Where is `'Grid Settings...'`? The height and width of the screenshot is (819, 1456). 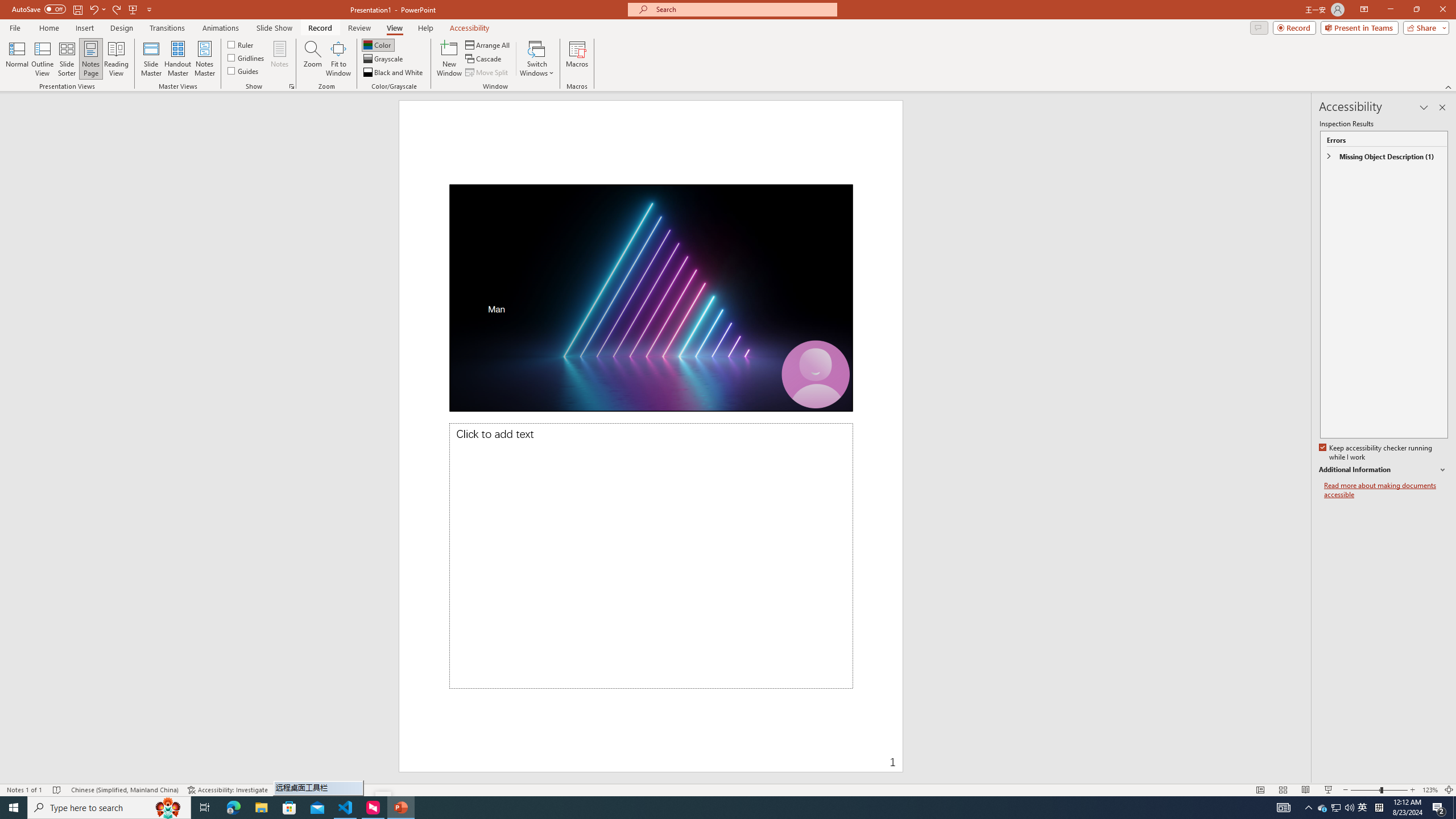 'Grid Settings...' is located at coordinates (292, 85).